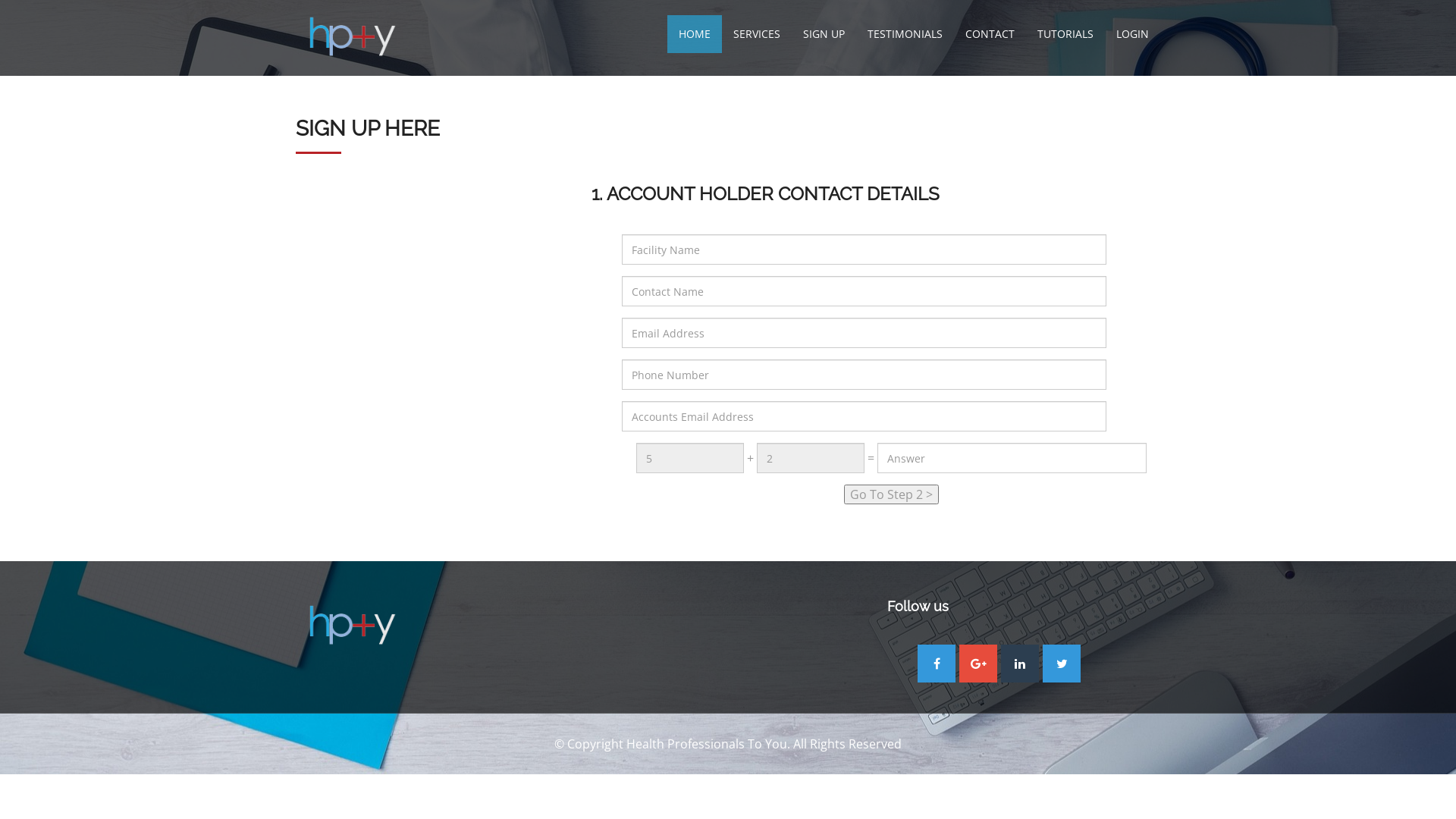  I want to click on 'Go To Step 2 >', so click(890, 494).